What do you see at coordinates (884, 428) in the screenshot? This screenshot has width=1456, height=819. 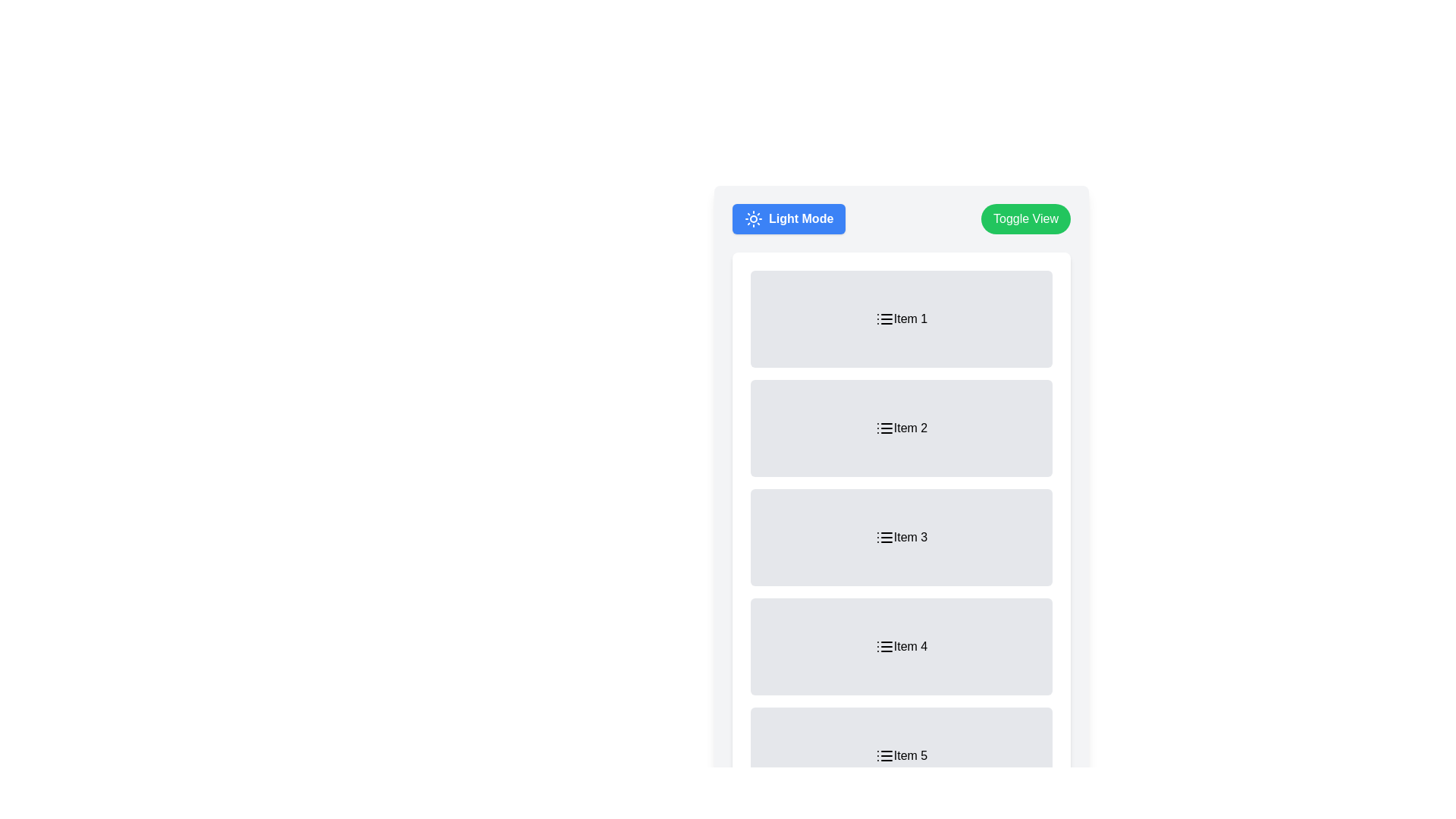 I see `the SVG icon depicting three horizontal lines, which is centrally aligned within 'Item 2'` at bounding box center [884, 428].